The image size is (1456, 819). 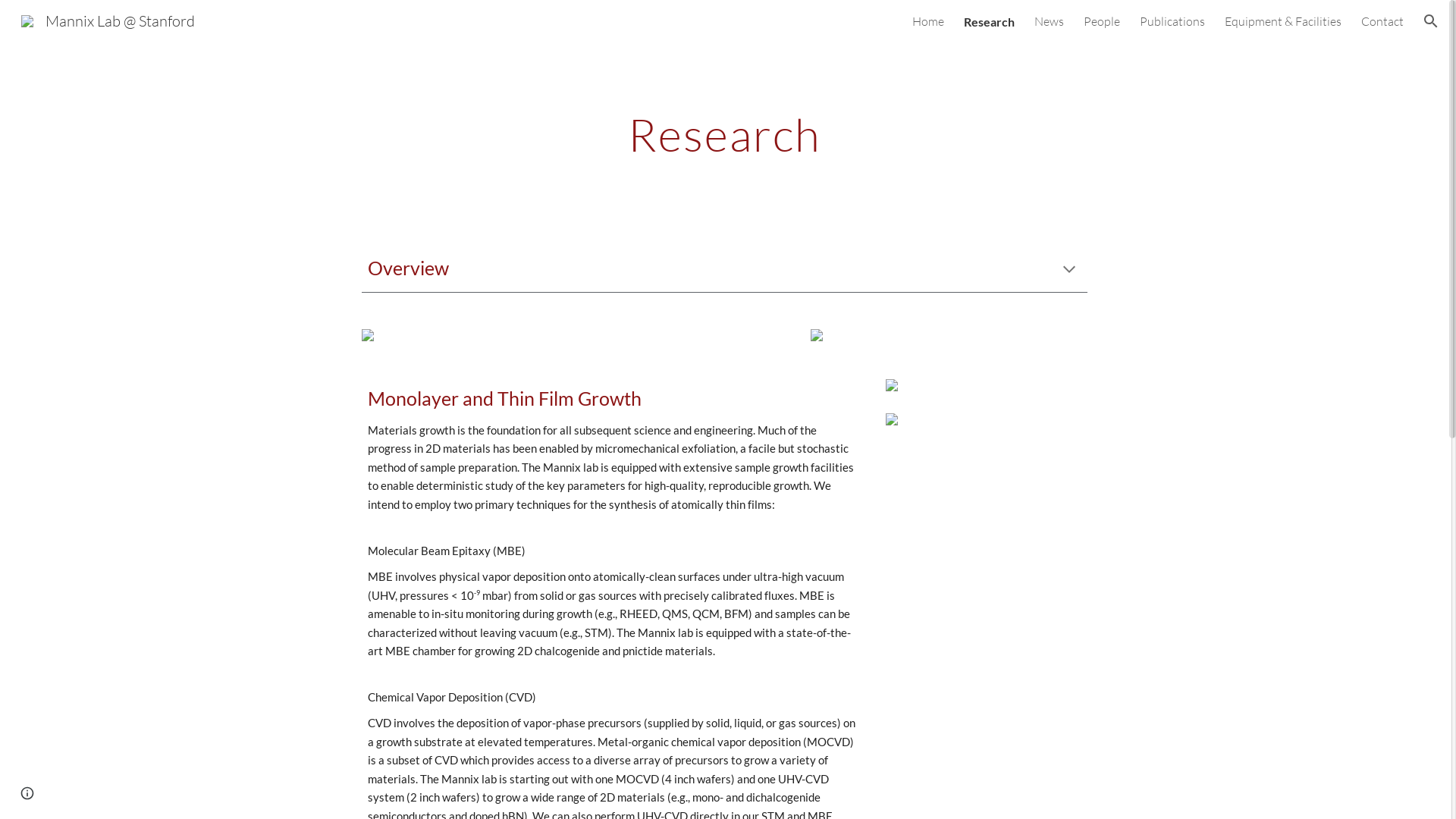 What do you see at coordinates (912, 20) in the screenshot?
I see `'Home'` at bounding box center [912, 20].